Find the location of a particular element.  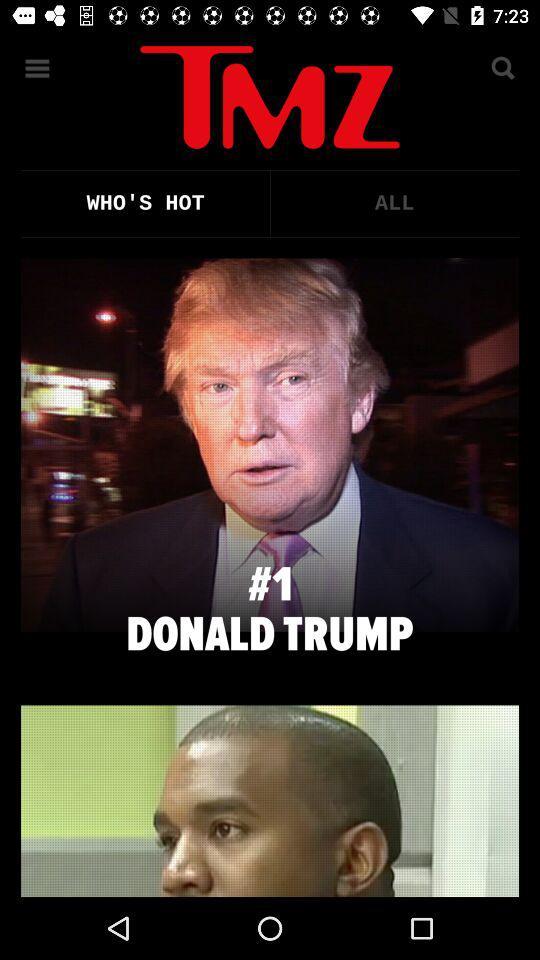

the menu icon is located at coordinates (37, 68).